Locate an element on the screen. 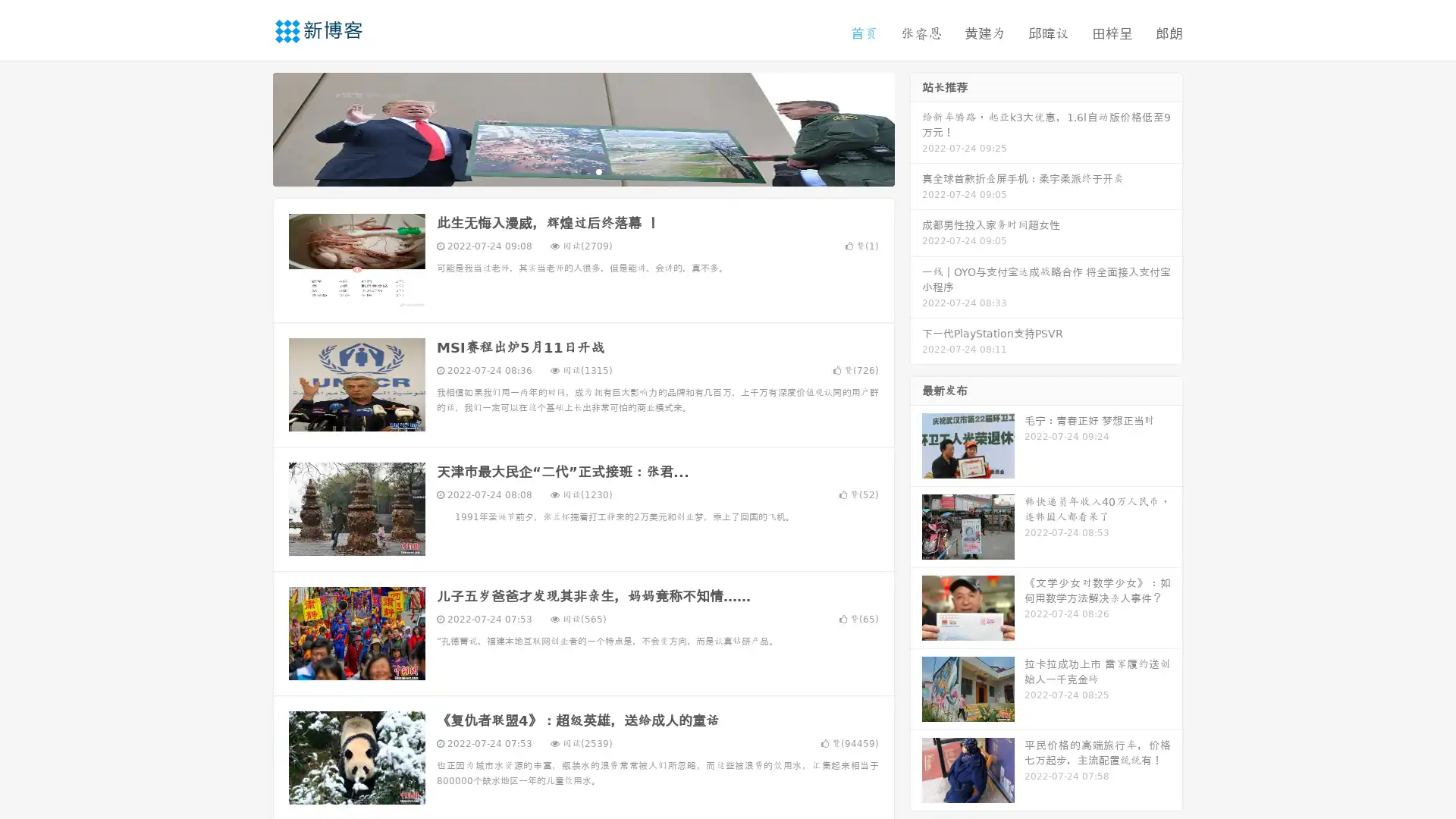 Image resolution: width=1456 pixels, height=819 pixels. Go to slide 1 is located at coordinates (567, 171).